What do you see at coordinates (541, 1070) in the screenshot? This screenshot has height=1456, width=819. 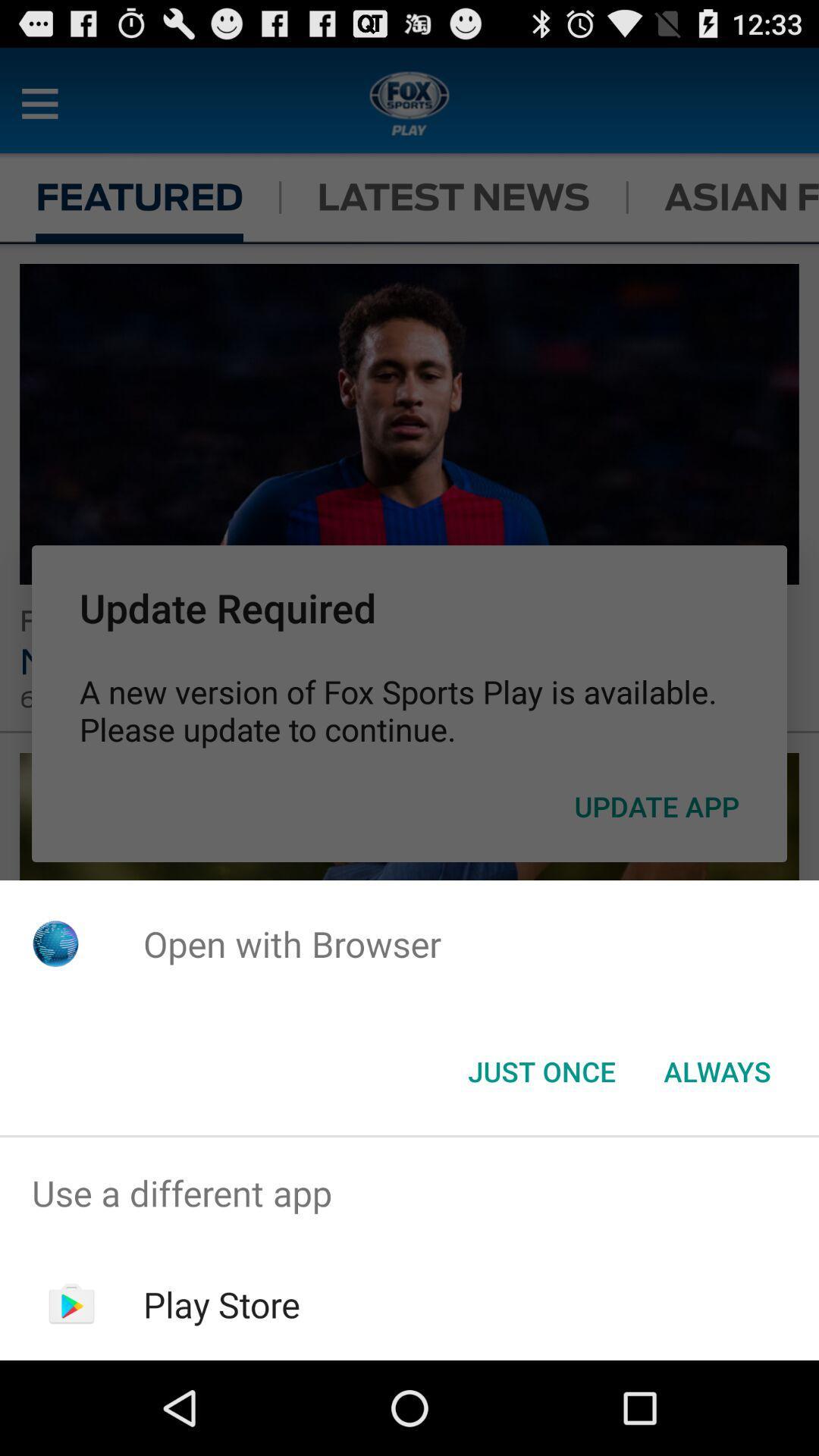 I see `button next to always item` at bounding box center [541, 1070].